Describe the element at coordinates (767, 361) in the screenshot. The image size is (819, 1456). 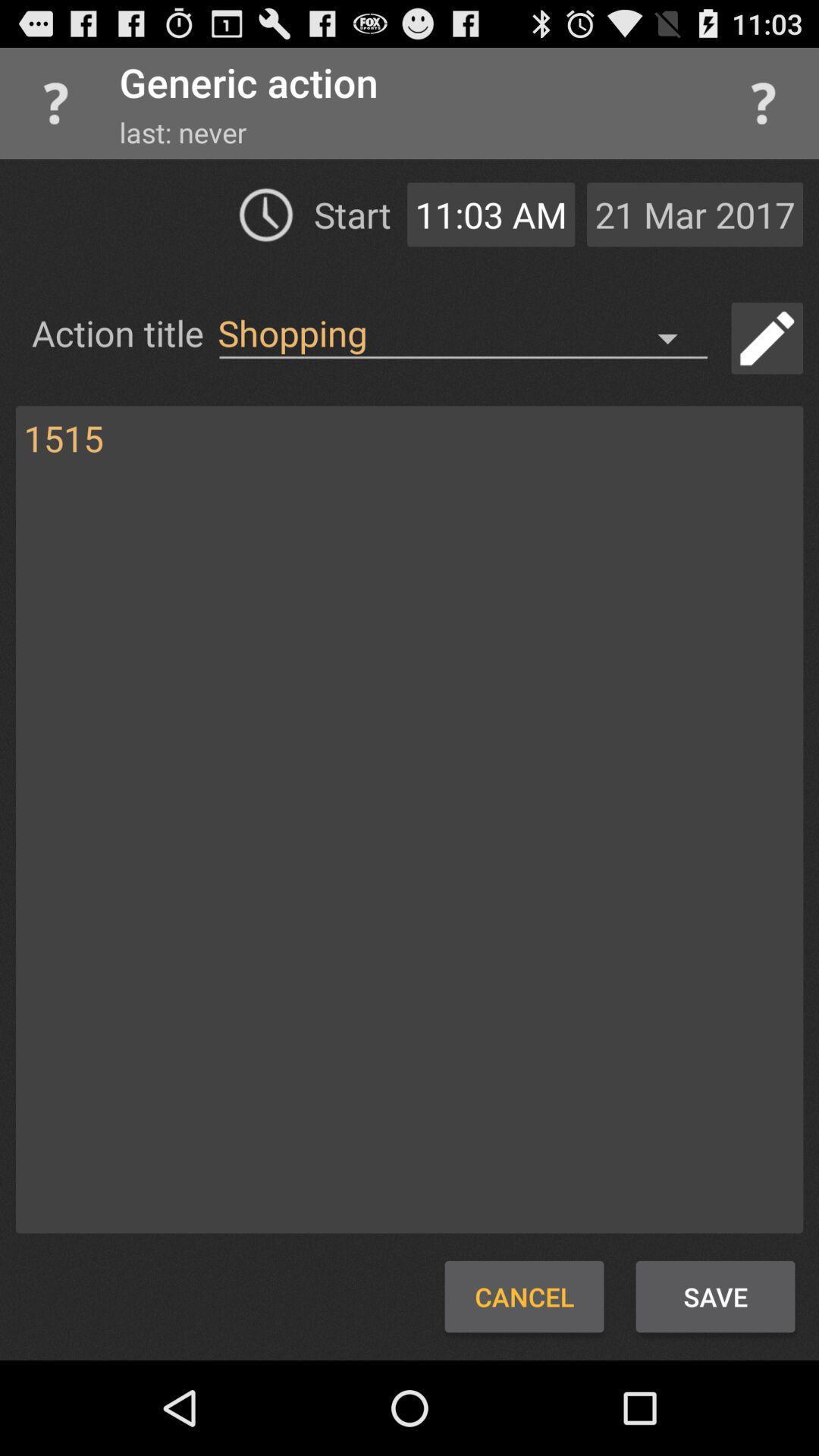
I see `the edit icon` at that location.